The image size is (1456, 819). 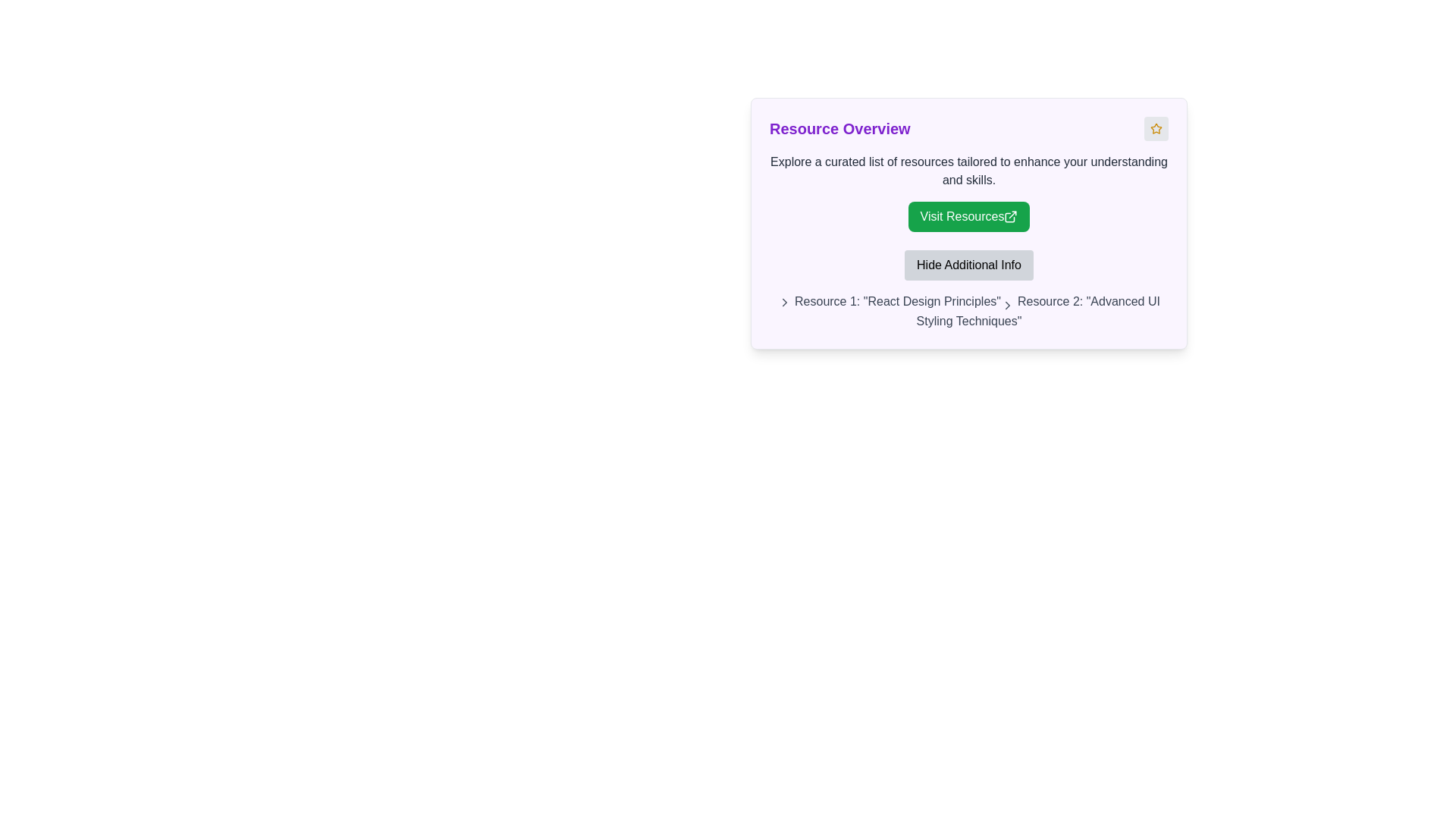 I want to click on the navigational button located within the 'Resource Overview' panel, so click(x=968, y=216).